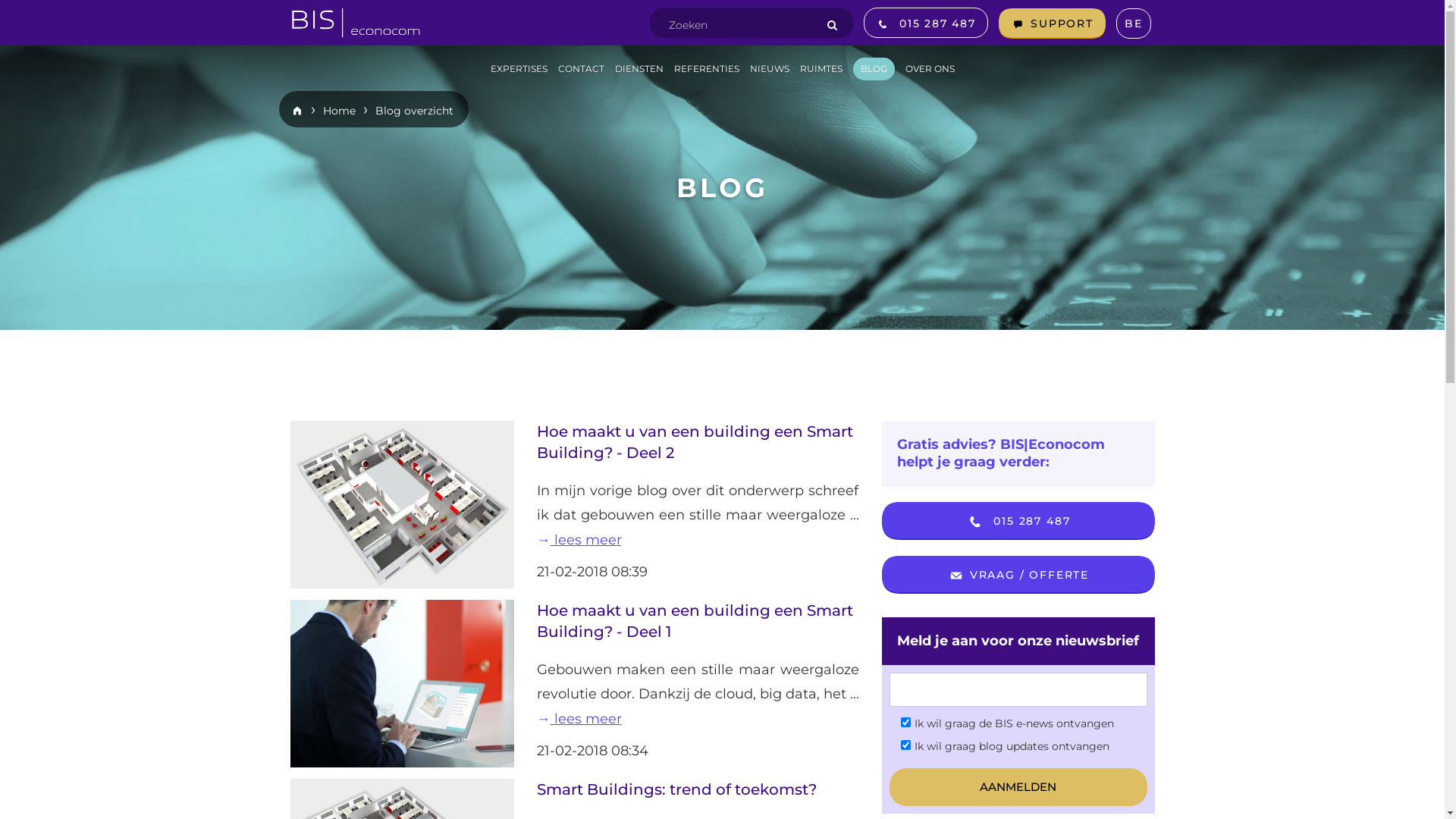 The width and height of the screenshot is (1456, 819). Describe the element at coordinates (338, 110) in the screenshot. I see `'Home'` at that location.